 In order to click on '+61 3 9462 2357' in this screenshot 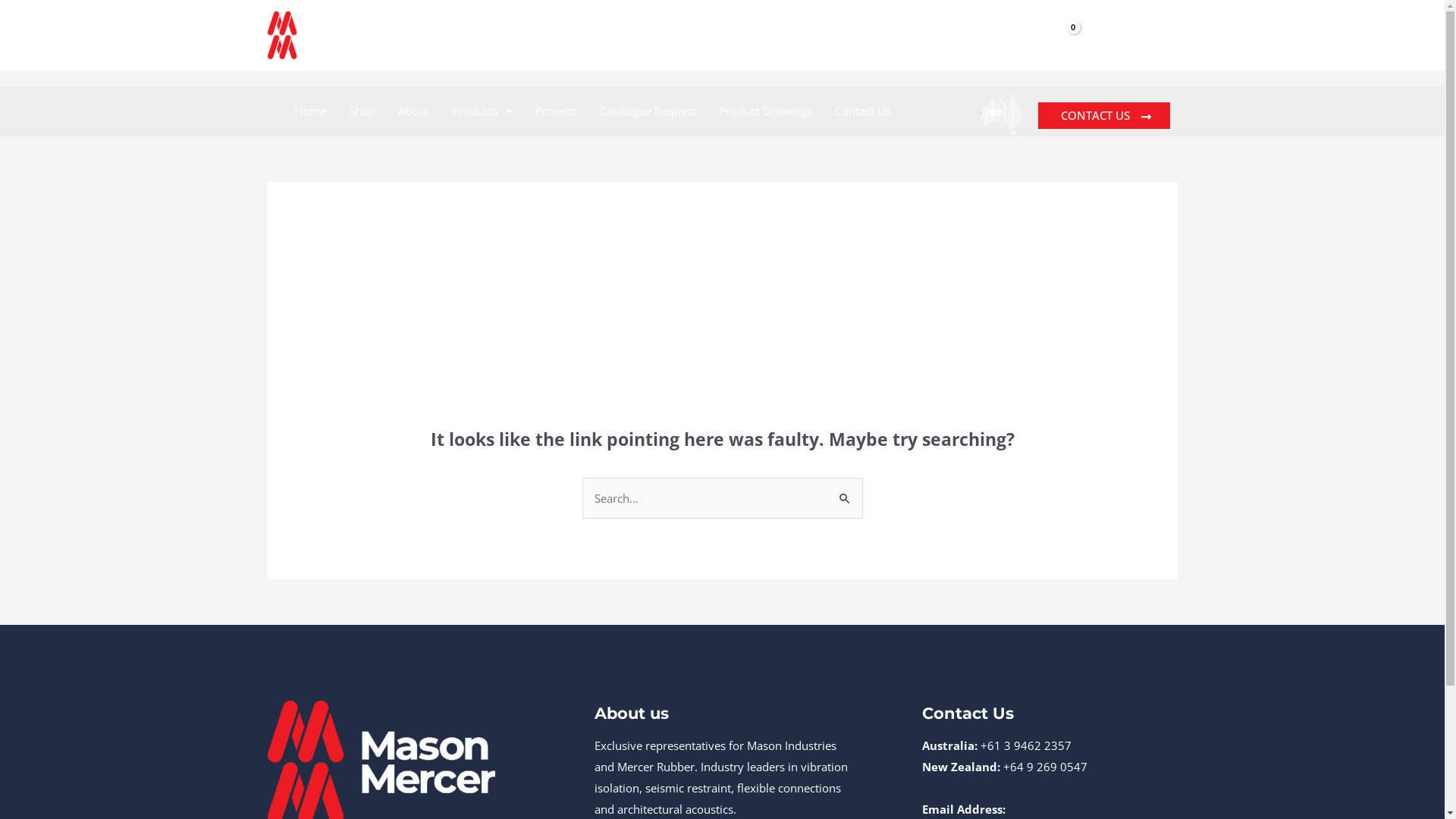, I will do `click(1026, 745)`.